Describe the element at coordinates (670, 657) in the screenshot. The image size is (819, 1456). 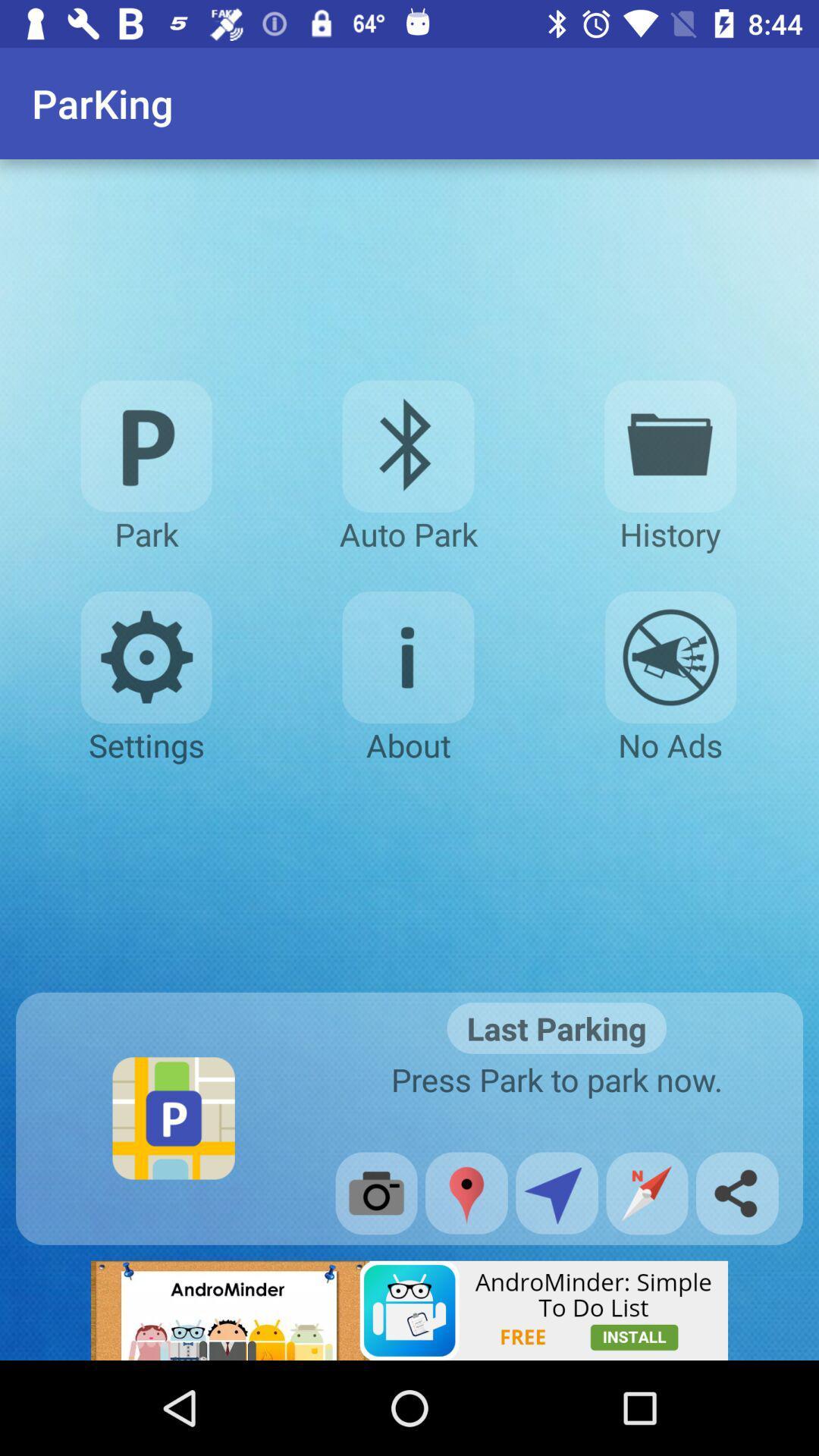
I see `disable advertisement option` at that location.